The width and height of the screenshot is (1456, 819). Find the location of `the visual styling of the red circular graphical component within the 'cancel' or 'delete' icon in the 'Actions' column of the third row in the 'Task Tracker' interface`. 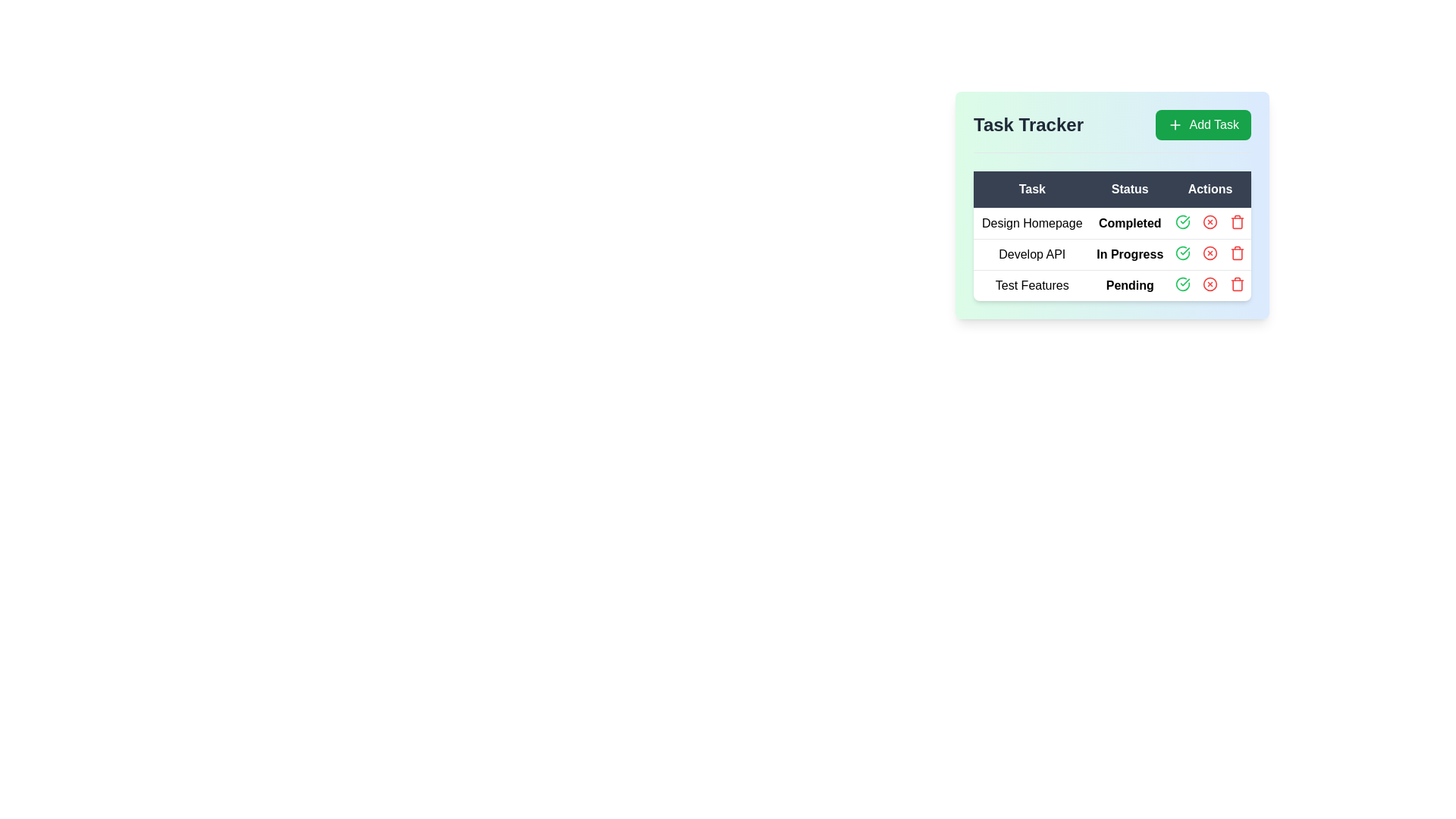

the visual styling of the red circular graphical component within the 'cancel' or 'delete' icon in the 'Actions' column of the third row in the 'Task Tracker' interface is located at coordinates (1210, 284).